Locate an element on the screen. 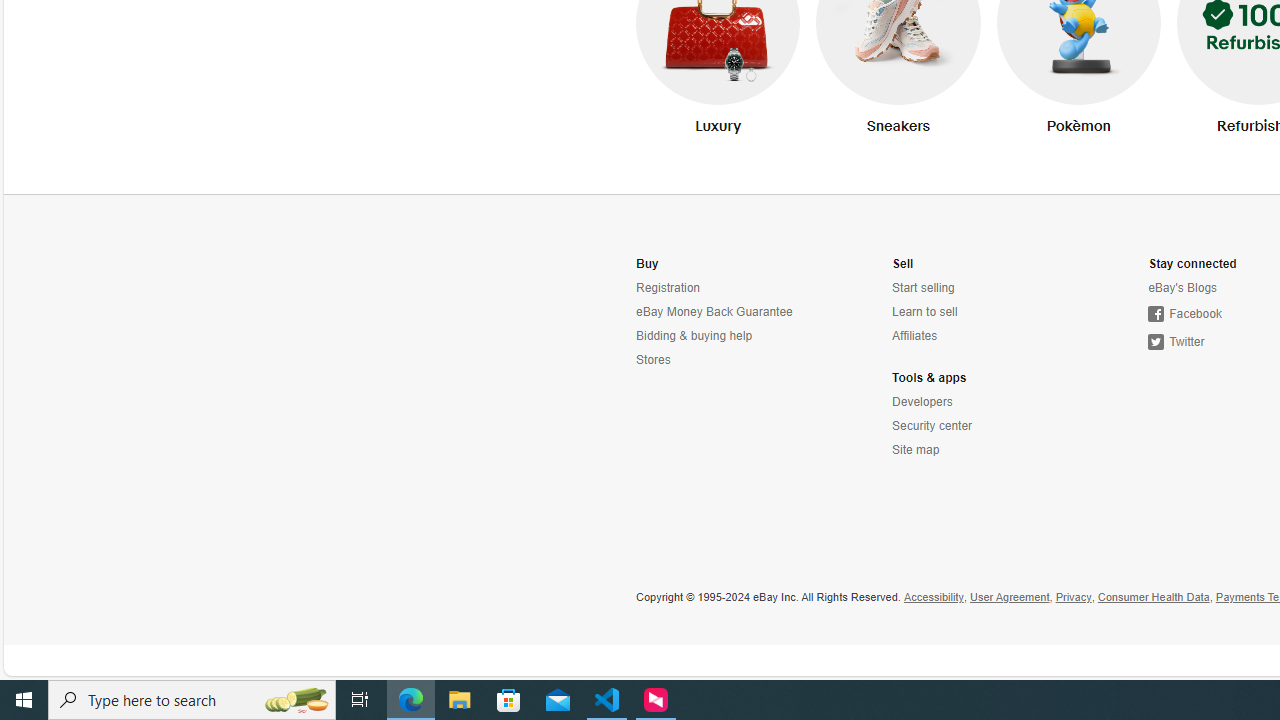 The width and height of the screenshot is (1280, 720). 'Affiliates' is located at coordinates (914, 335).